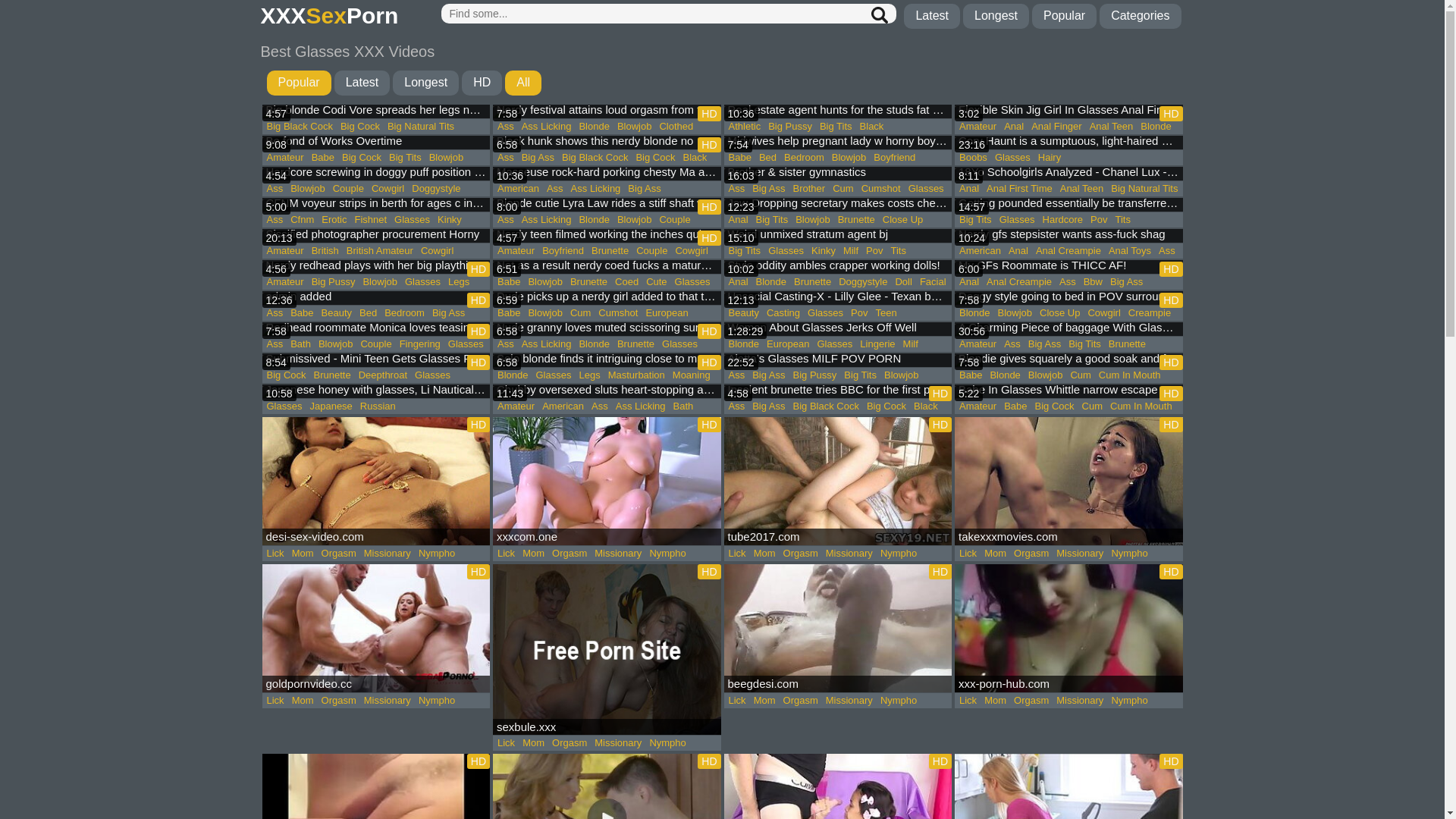 The image size is (1456, 819). I want to click on 'Boyfriend', so click(538, 250).